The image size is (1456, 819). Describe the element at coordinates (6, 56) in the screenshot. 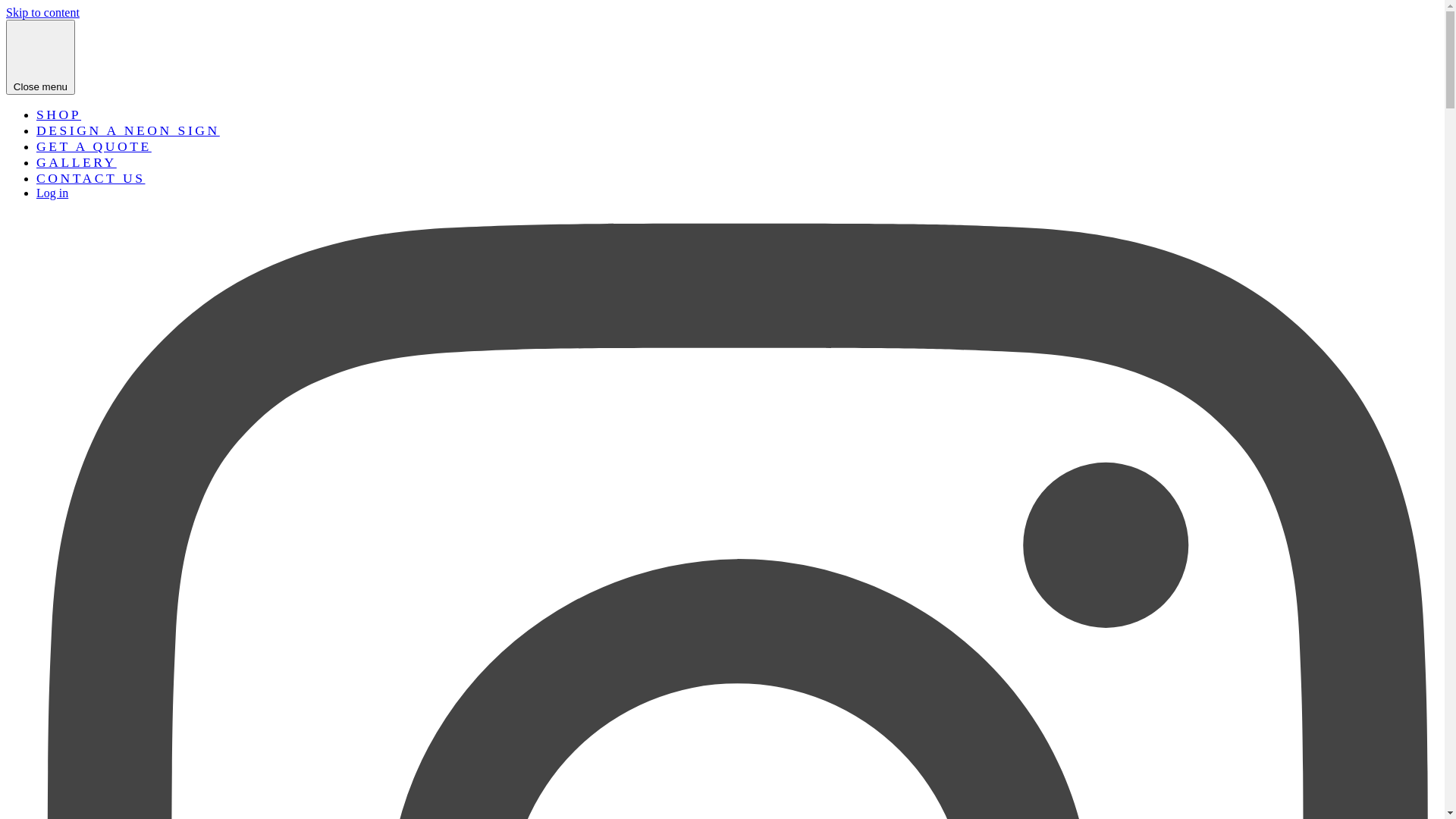

I see `'Close menu'` at that location.